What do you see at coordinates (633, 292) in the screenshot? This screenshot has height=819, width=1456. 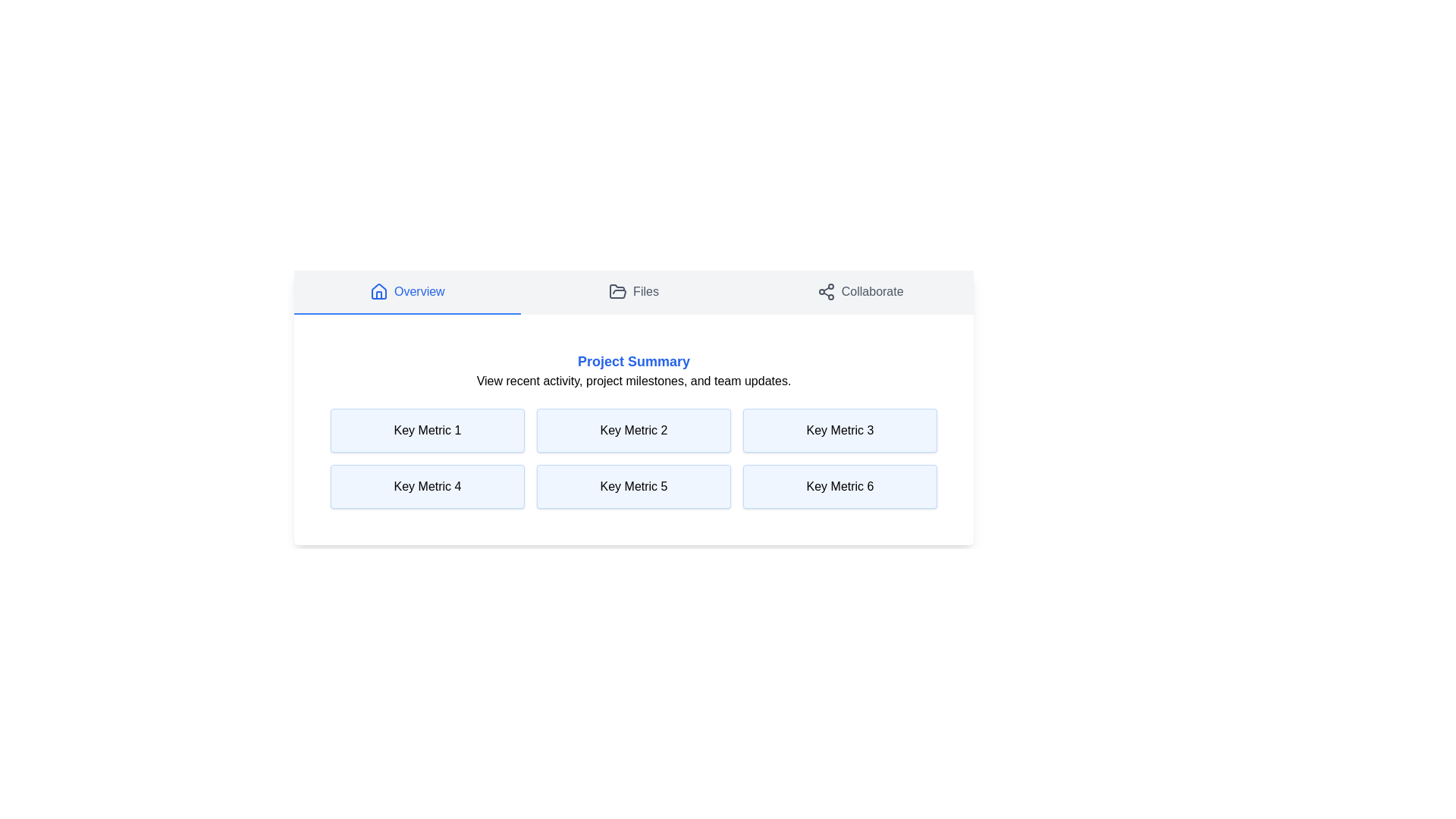 I see `the second button in the navigation tab bar` at bounding box center [633, 292].